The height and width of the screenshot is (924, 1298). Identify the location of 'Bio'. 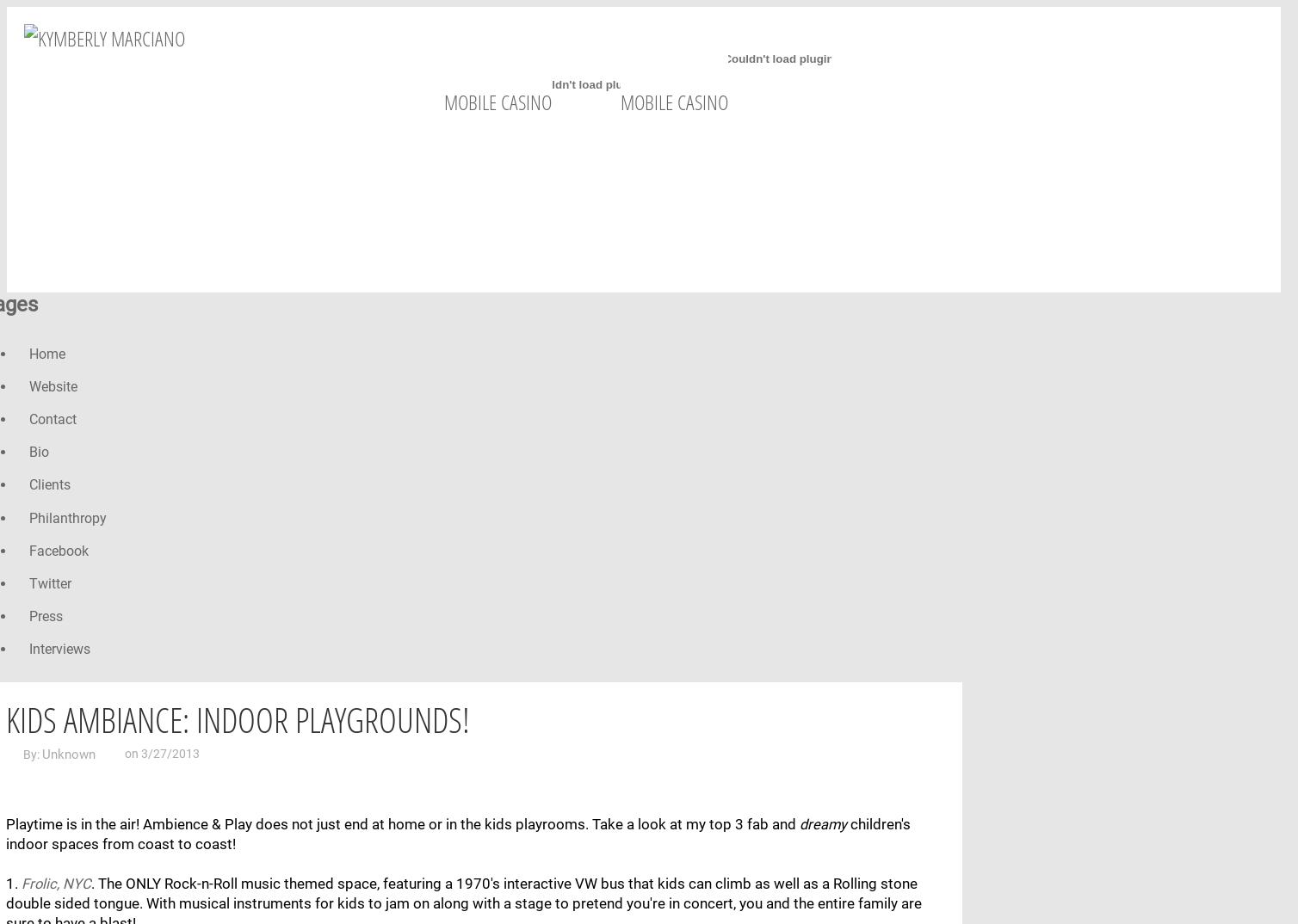
(28, 452).